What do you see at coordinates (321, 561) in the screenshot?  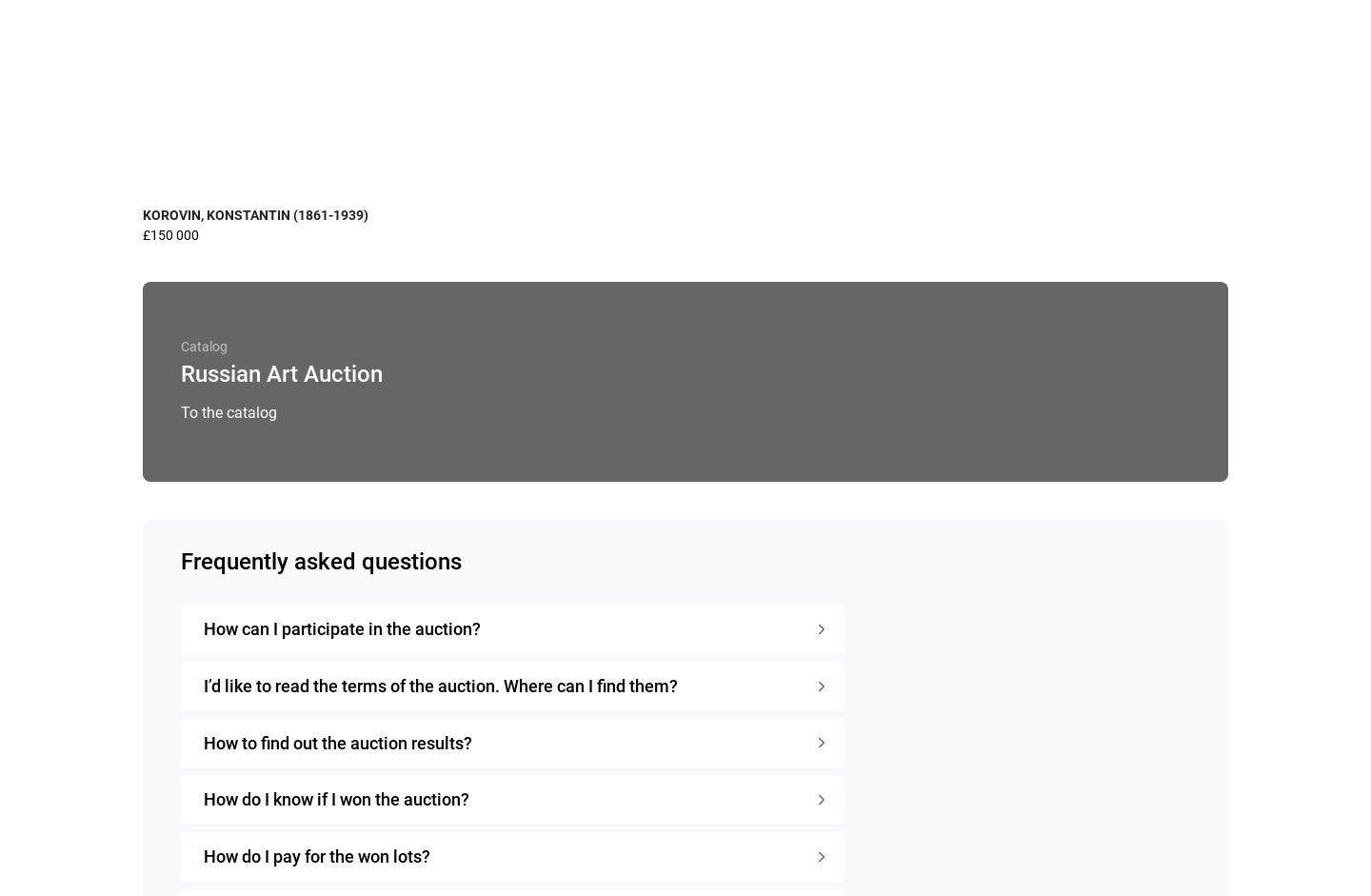 I see `'Frequently asked questions'` at bounding box center [321, 561].